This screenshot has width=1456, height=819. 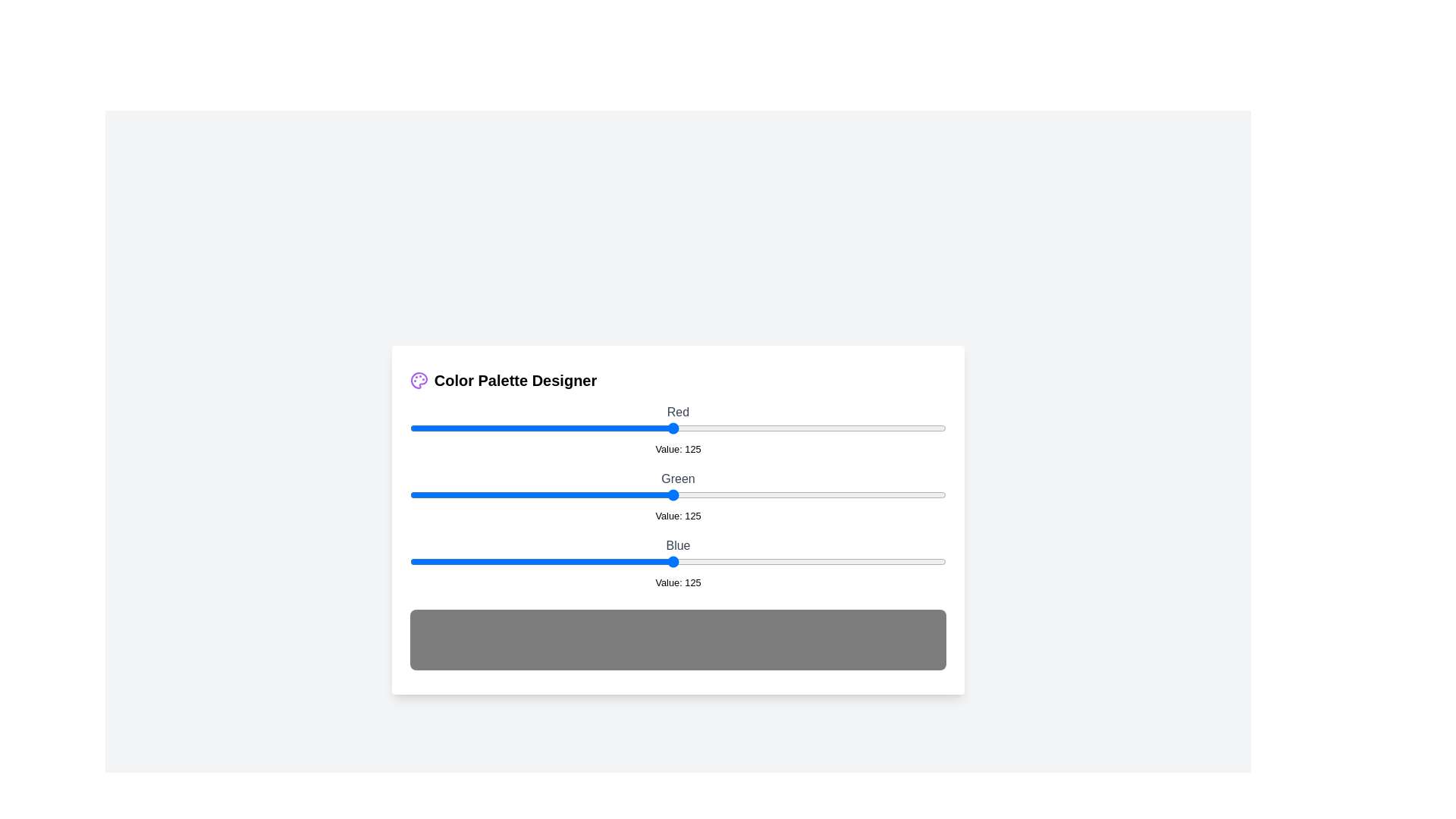 I want to click on the 0 slider to 135, so click(x=693, y=428).